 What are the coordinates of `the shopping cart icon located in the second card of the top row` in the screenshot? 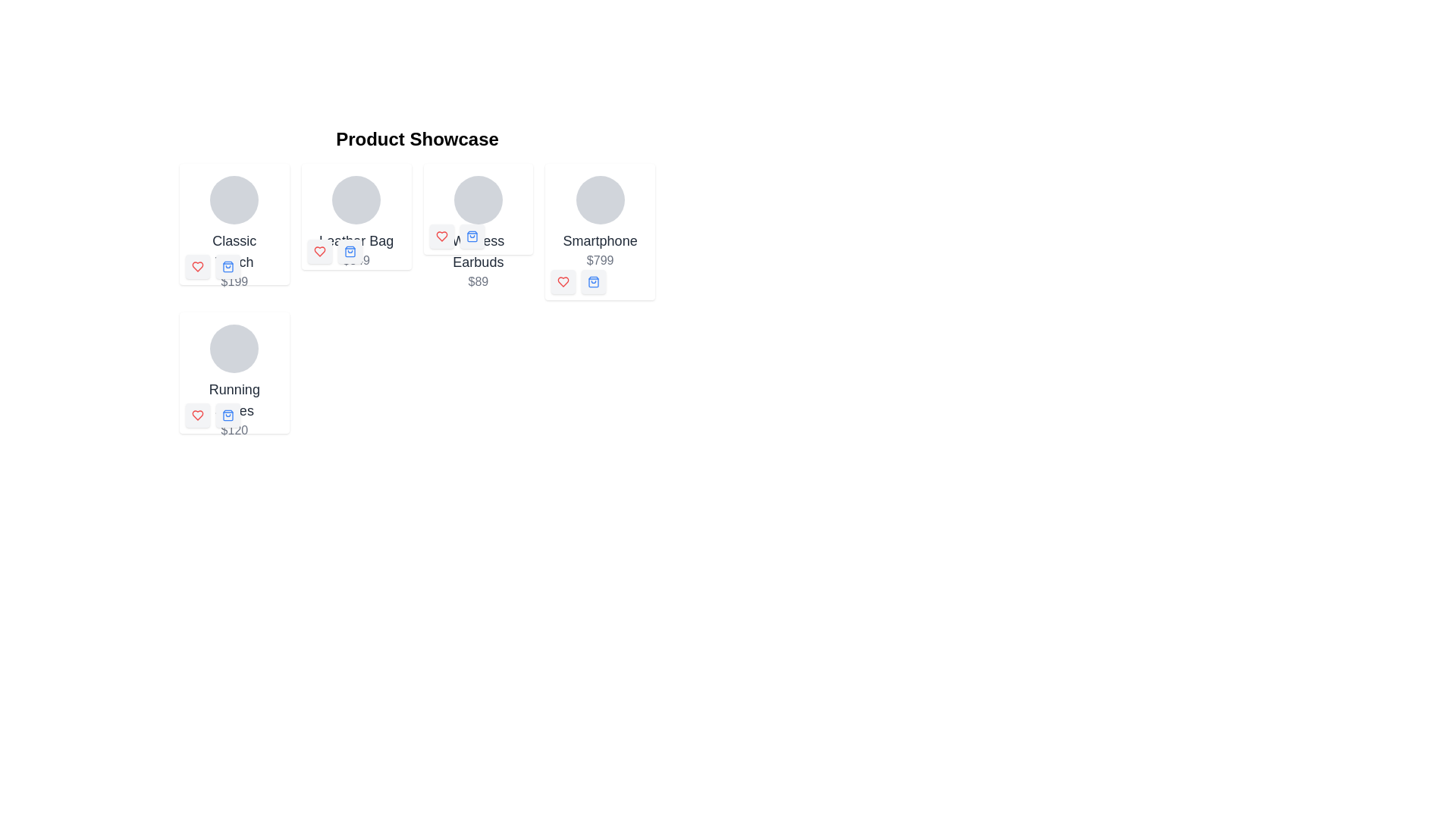 It's located at (227, 265).